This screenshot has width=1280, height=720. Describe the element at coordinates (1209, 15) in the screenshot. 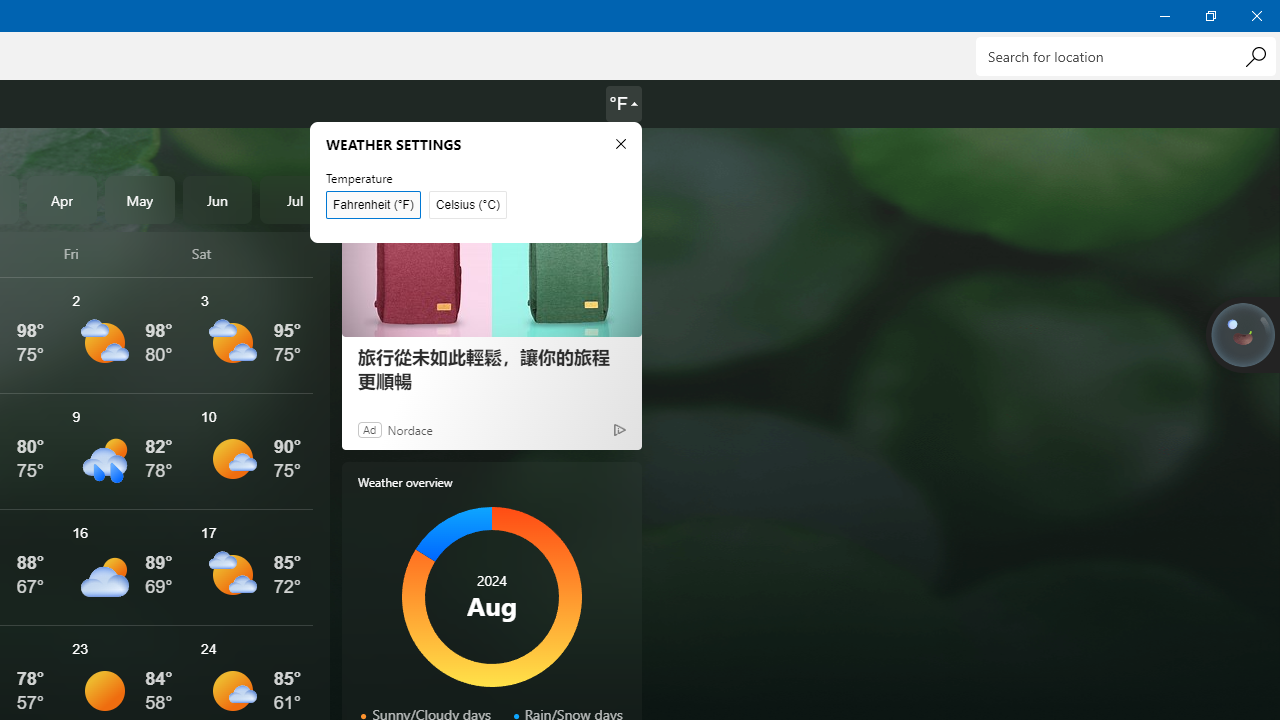

I see `'Restore Weather'` at that location.